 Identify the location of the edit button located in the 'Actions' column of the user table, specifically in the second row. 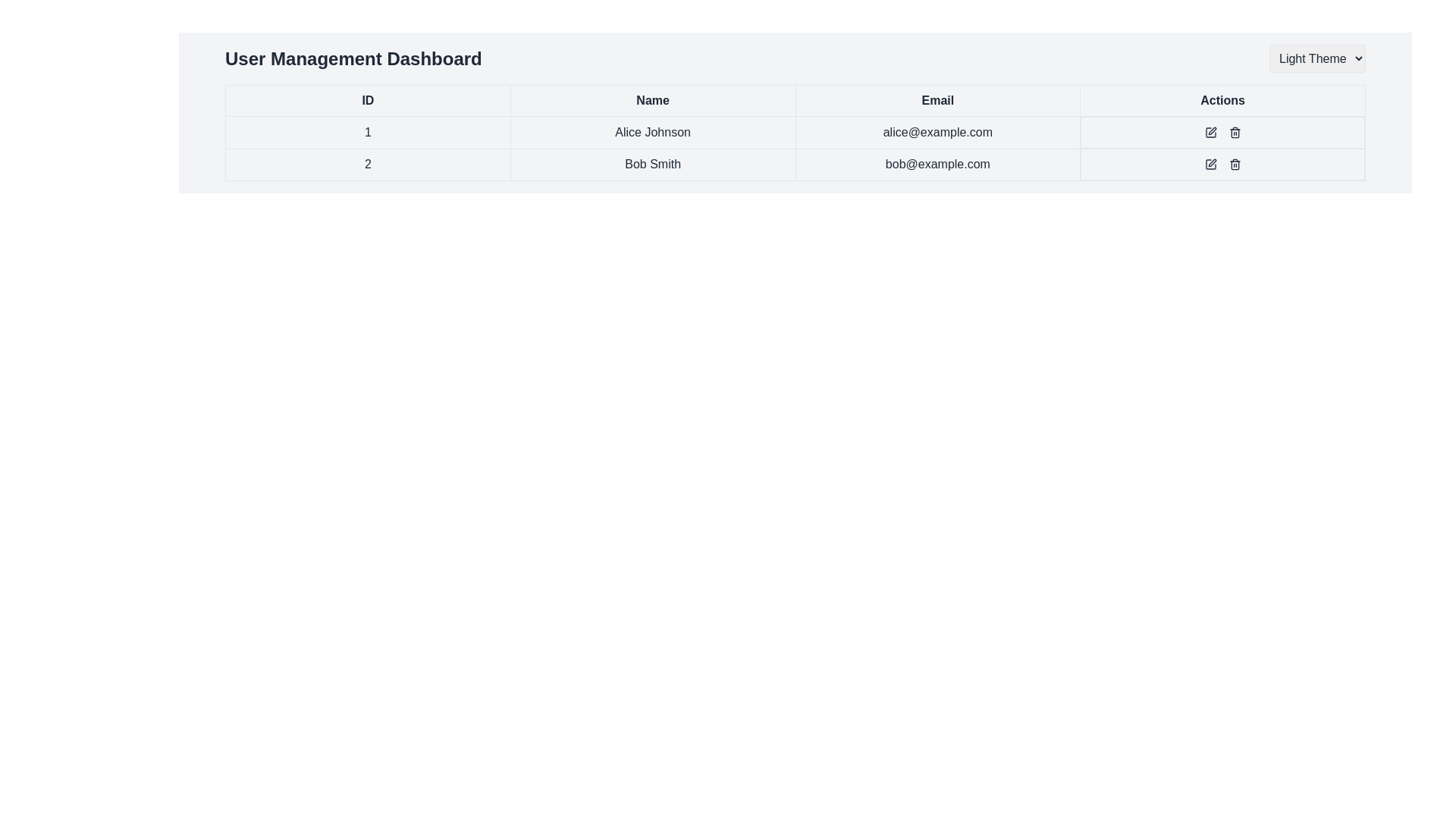
(1210, 164).